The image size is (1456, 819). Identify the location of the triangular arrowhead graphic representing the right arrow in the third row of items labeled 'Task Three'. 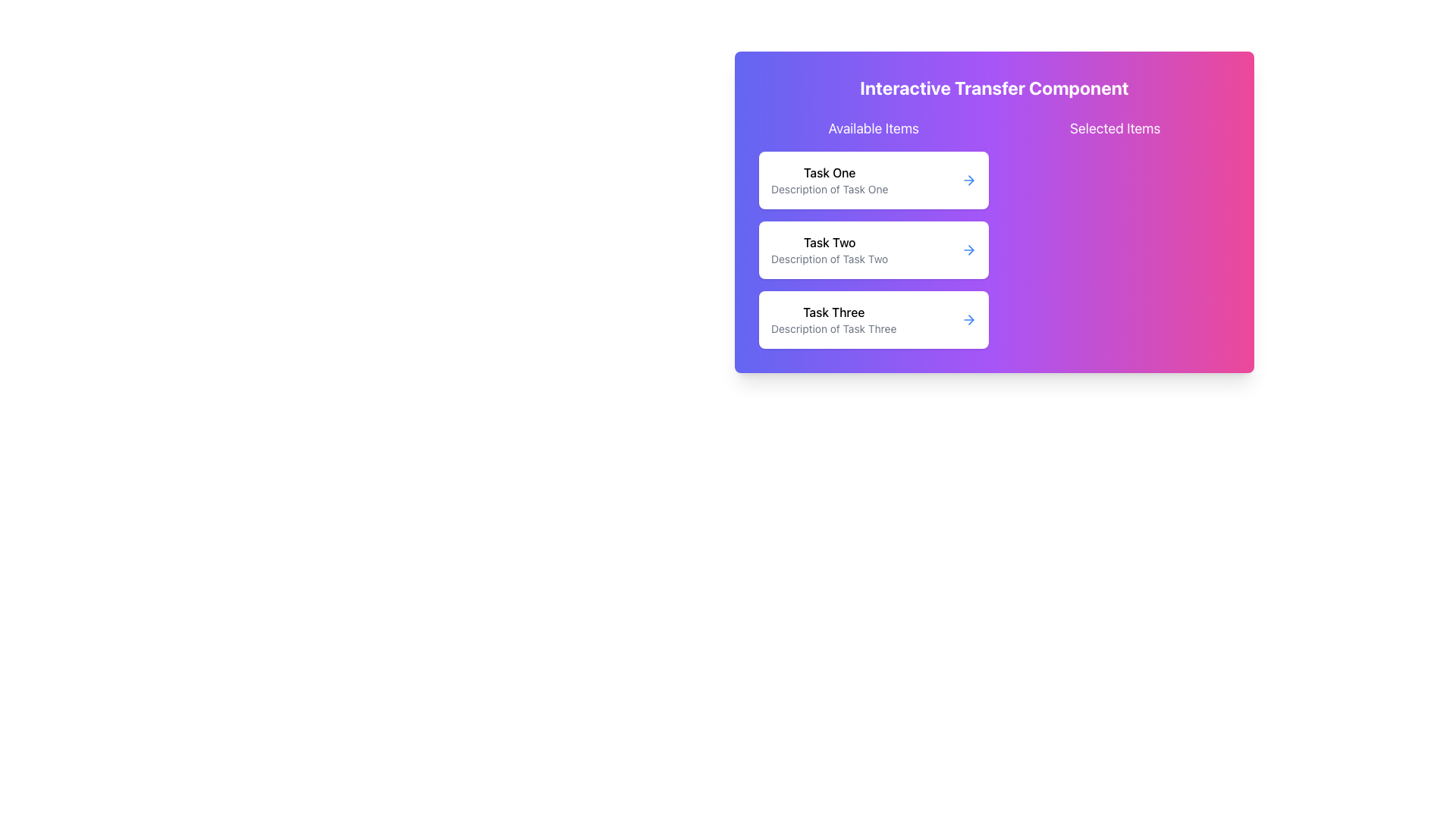
(971, 318).